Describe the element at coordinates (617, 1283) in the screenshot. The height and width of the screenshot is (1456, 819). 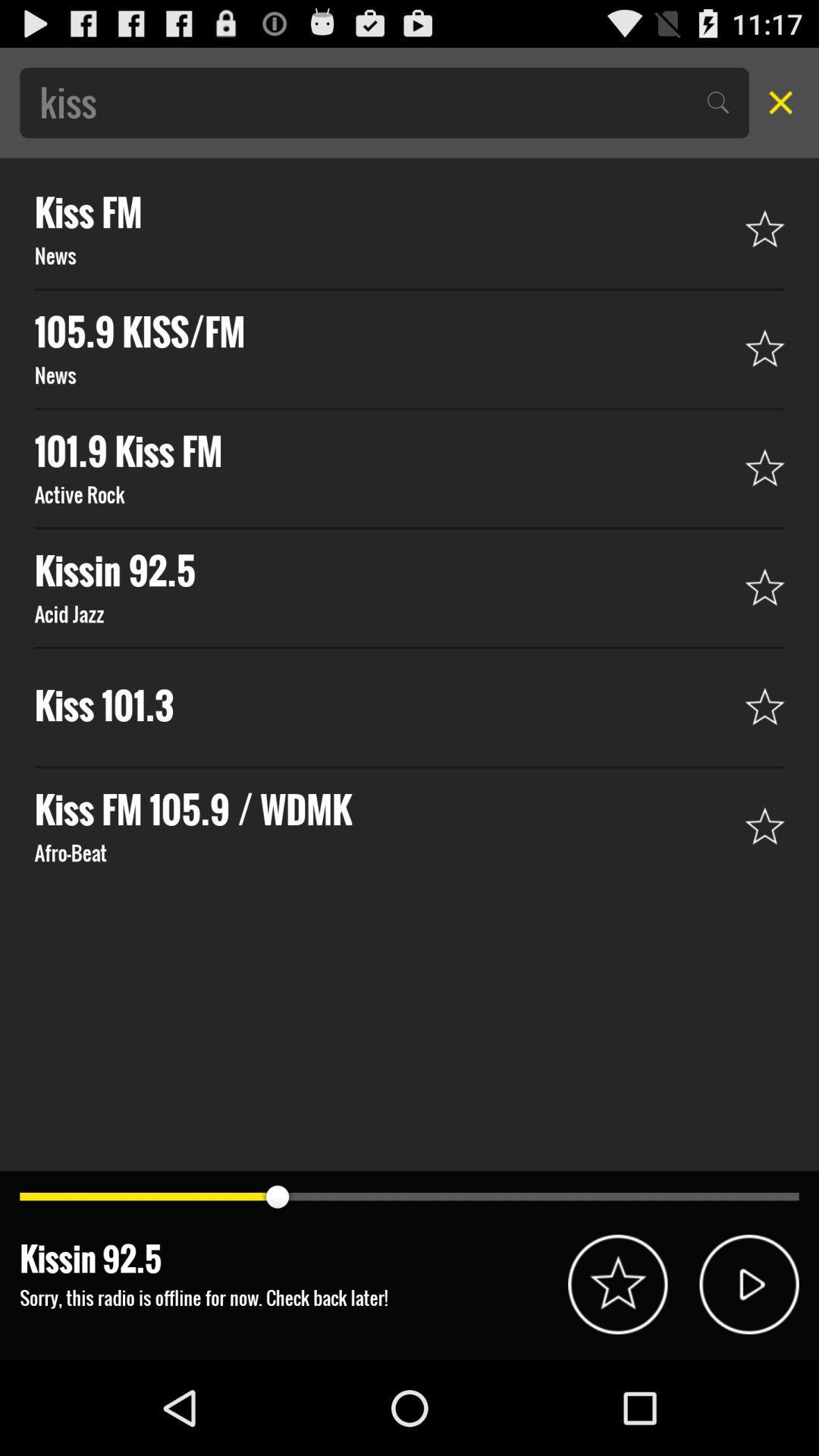
I see `star to save this option` at that location.